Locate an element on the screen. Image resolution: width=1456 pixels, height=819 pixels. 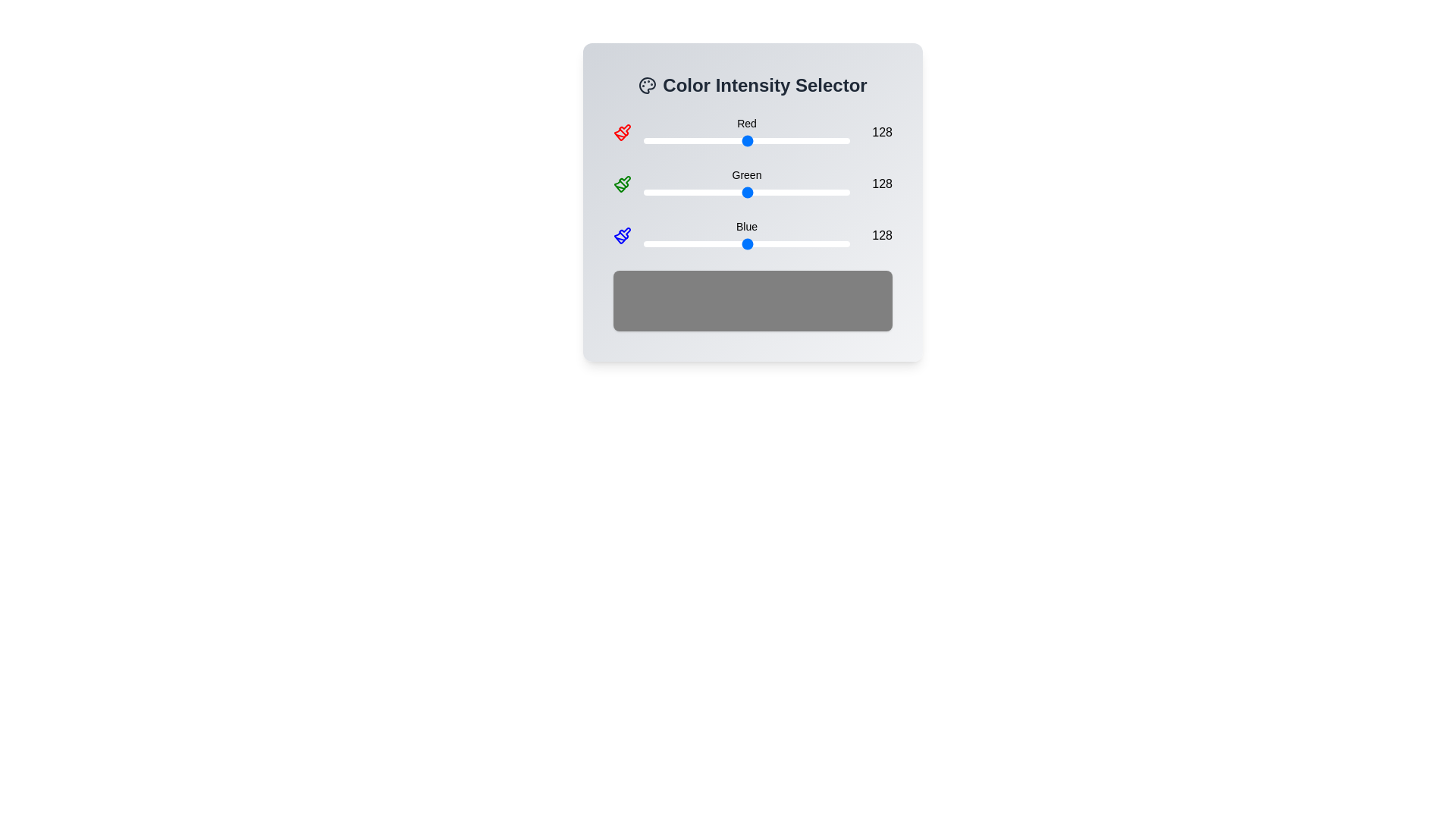
the blue color intensity is located at coordinates (645, 243).